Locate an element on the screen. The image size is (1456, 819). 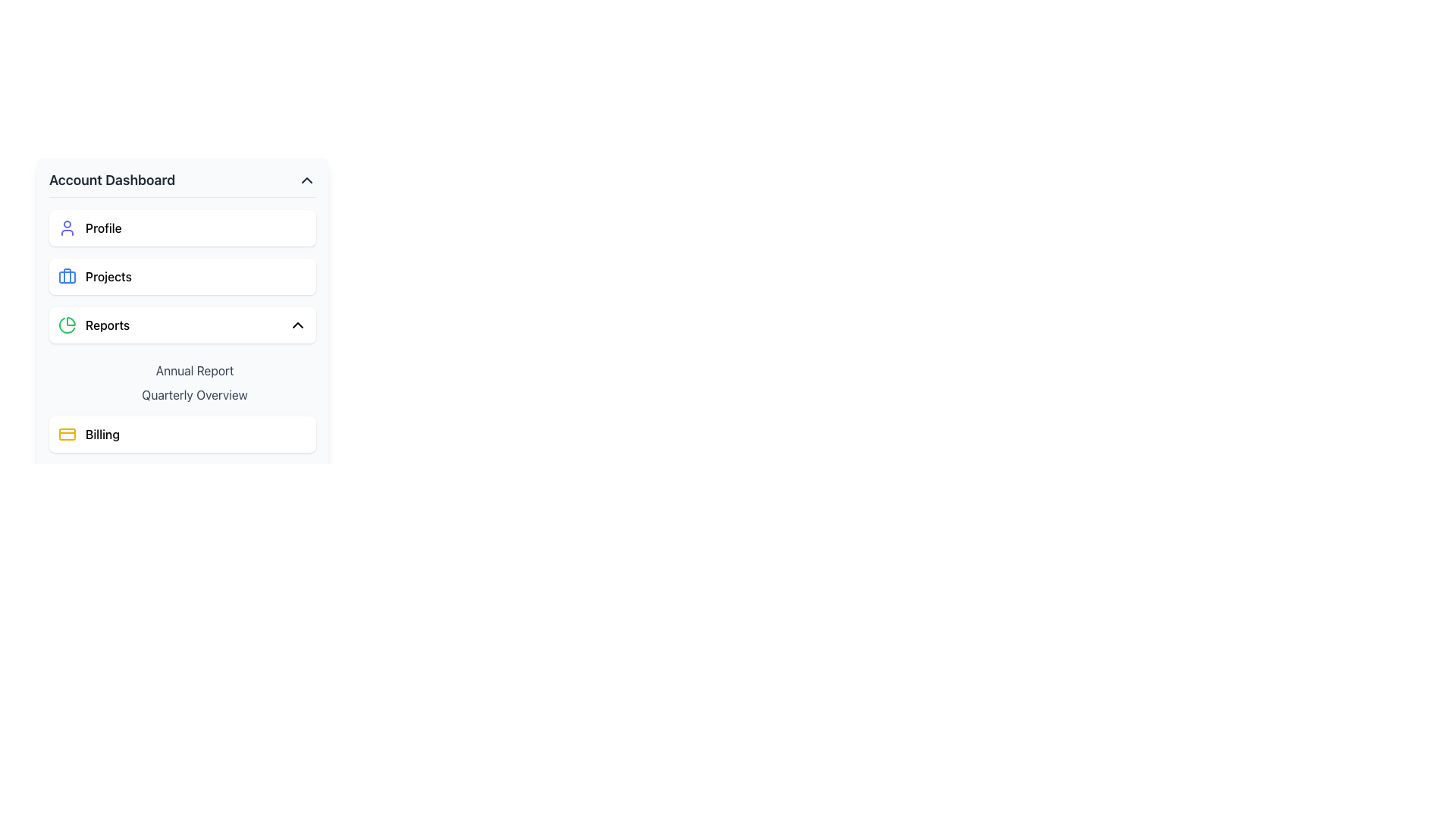
the text label reading 'Annual Report' in the 'Account Dashboard' sidebar, which is styled in medium gray and changes to indigo on hover is located at coordinates (194, 371).